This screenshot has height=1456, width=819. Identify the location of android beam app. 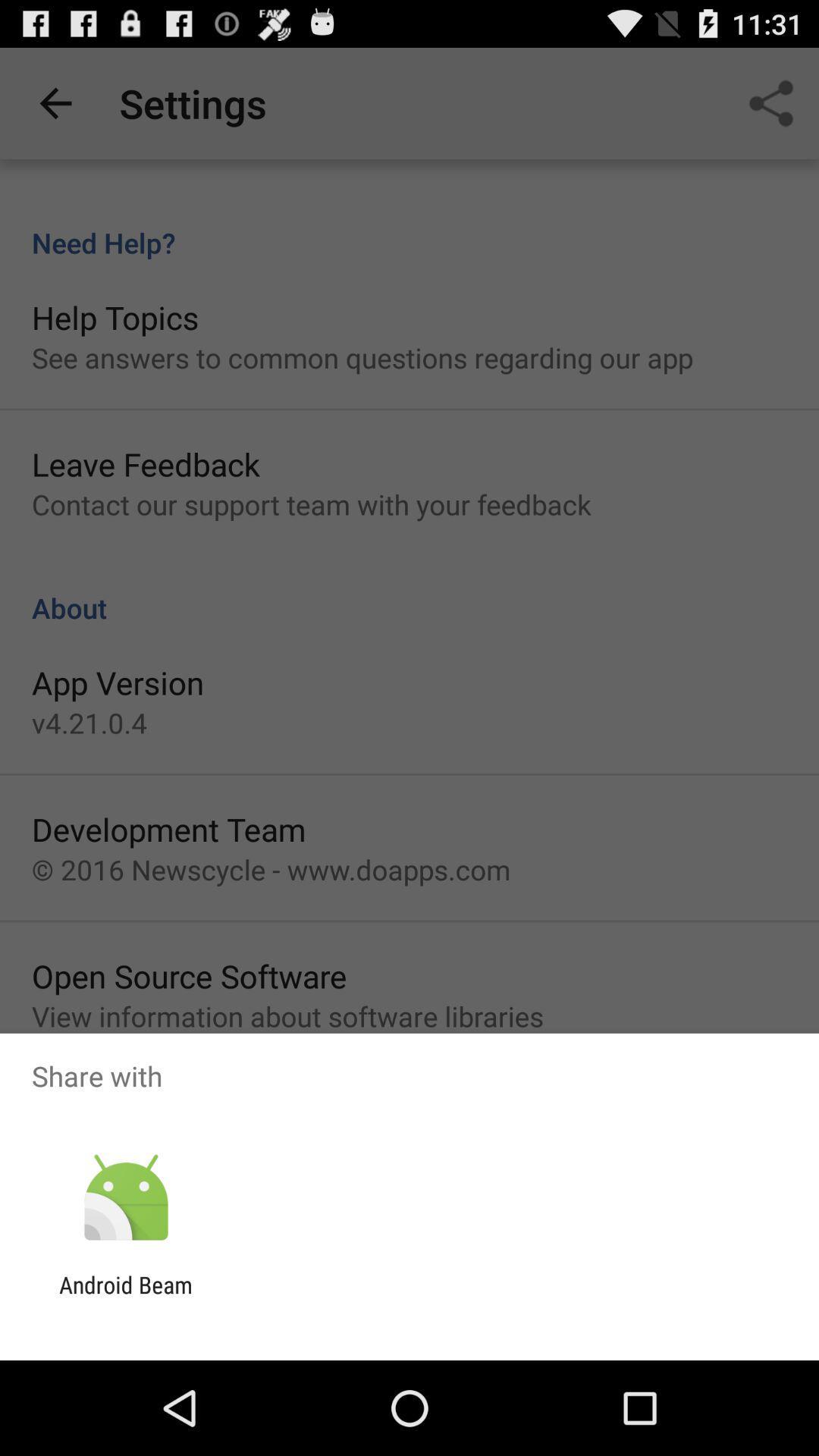
(125, 1298).